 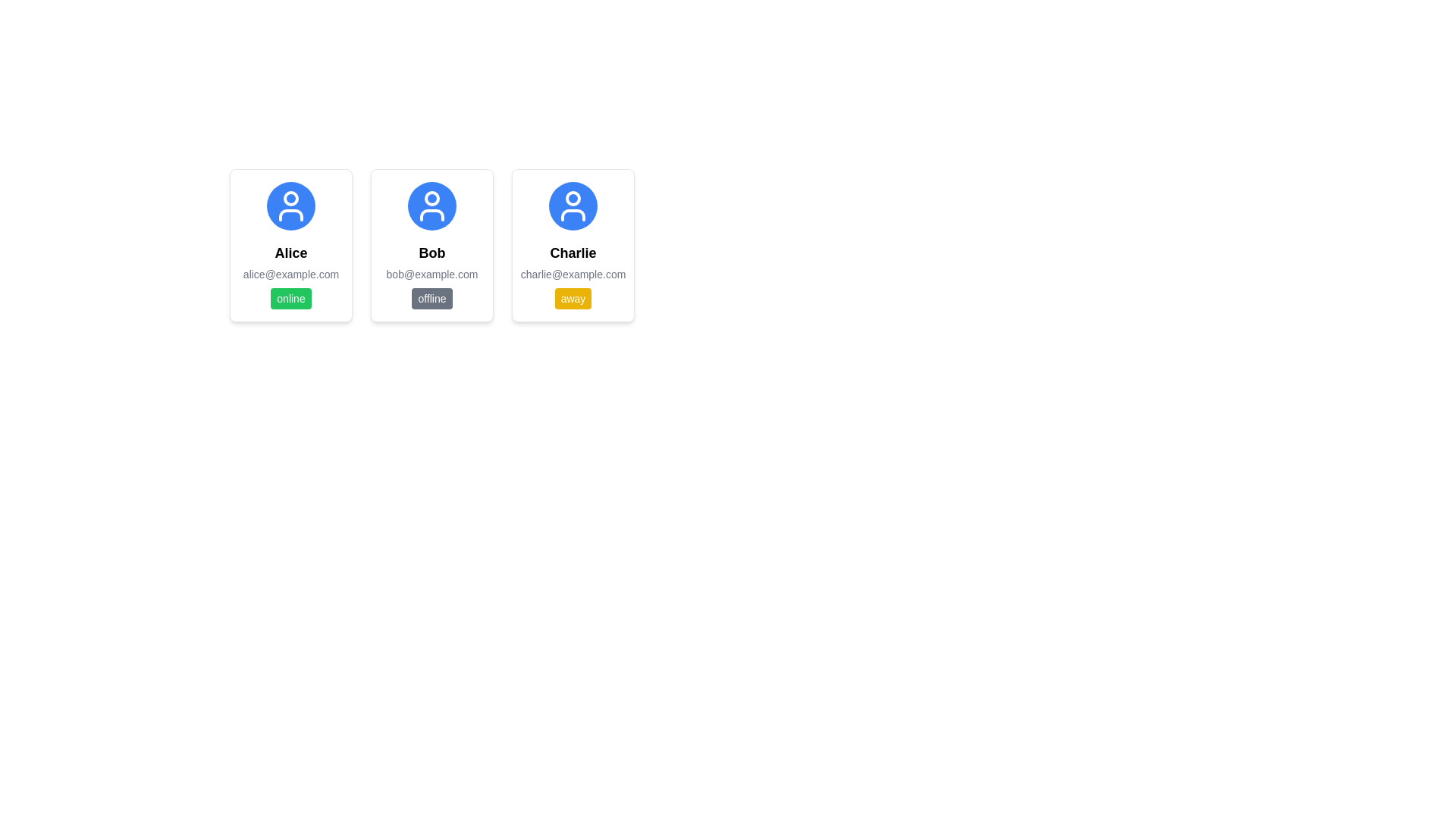 I want to click on the user profile icon button located in the center of the 'Charlie' card, above the text in the circular area, so click(x=572, y=206).